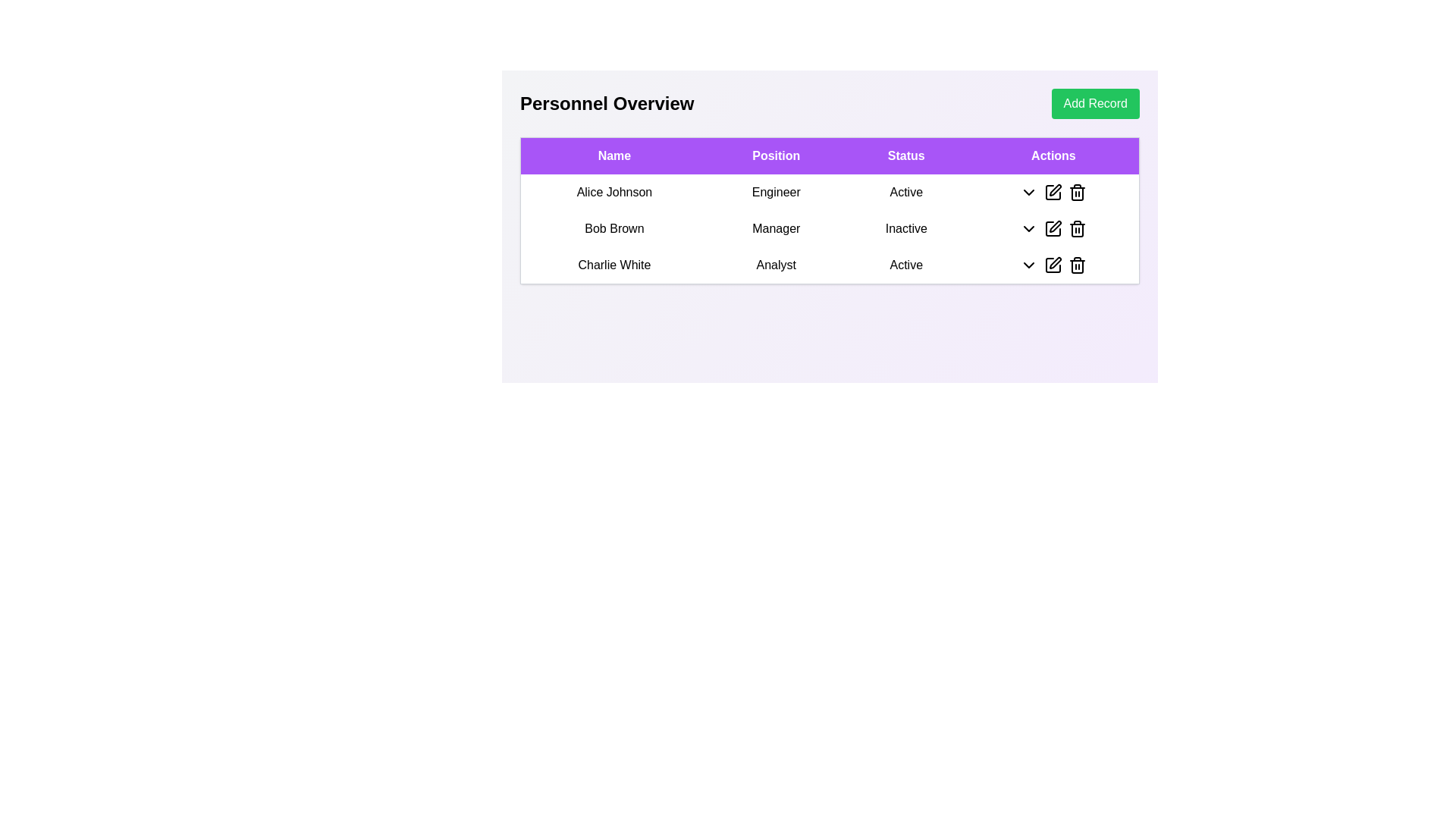 The width and height of the screenshot is (1456, 819). What do you see at coordinates (906, 192) in the screenshot?
I see `the 'Active' text label in the 'Status' column of the table row for user 'Alice Johnson', which is the third column in the first row` at bounding box center [906, 192].